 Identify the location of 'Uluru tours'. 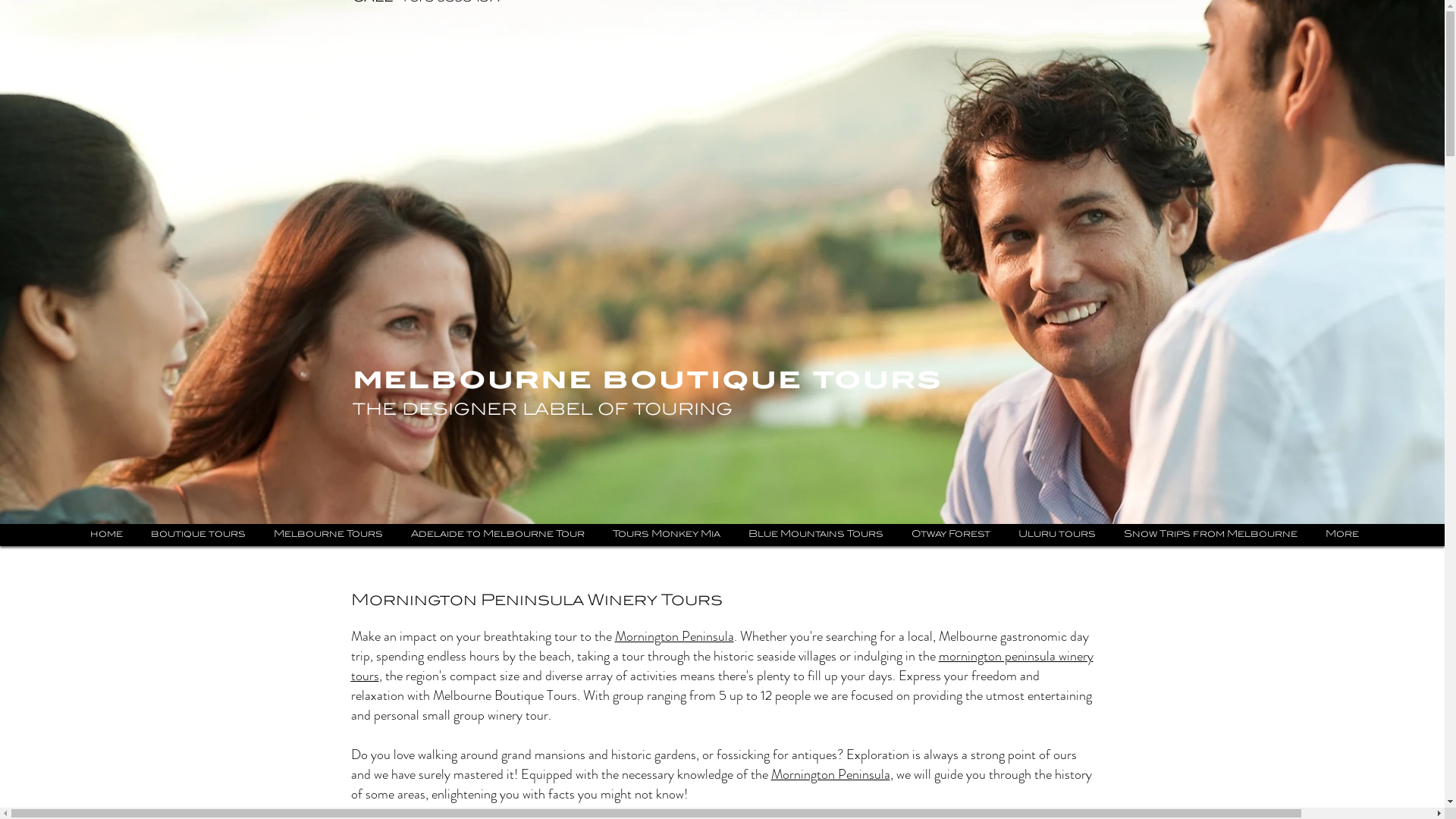
(1055, 534).